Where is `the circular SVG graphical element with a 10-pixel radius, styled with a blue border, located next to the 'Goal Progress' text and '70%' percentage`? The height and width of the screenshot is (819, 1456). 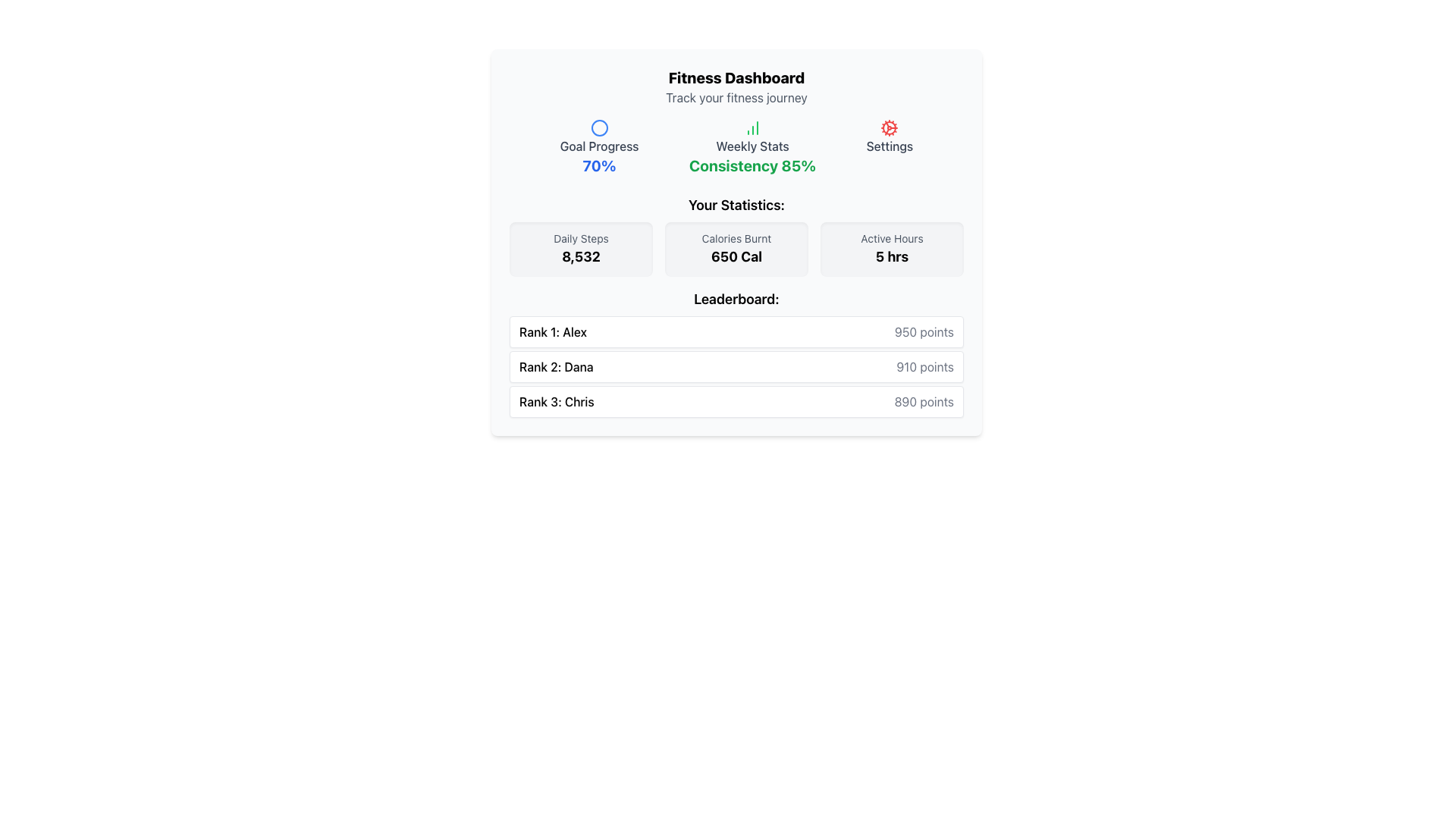 the circular SVG graphical element with a 10-pixel radius, styled with a blue border, located next to the 'Goal Progress' text and '70%' percentage is located at coordinates (598, 127).